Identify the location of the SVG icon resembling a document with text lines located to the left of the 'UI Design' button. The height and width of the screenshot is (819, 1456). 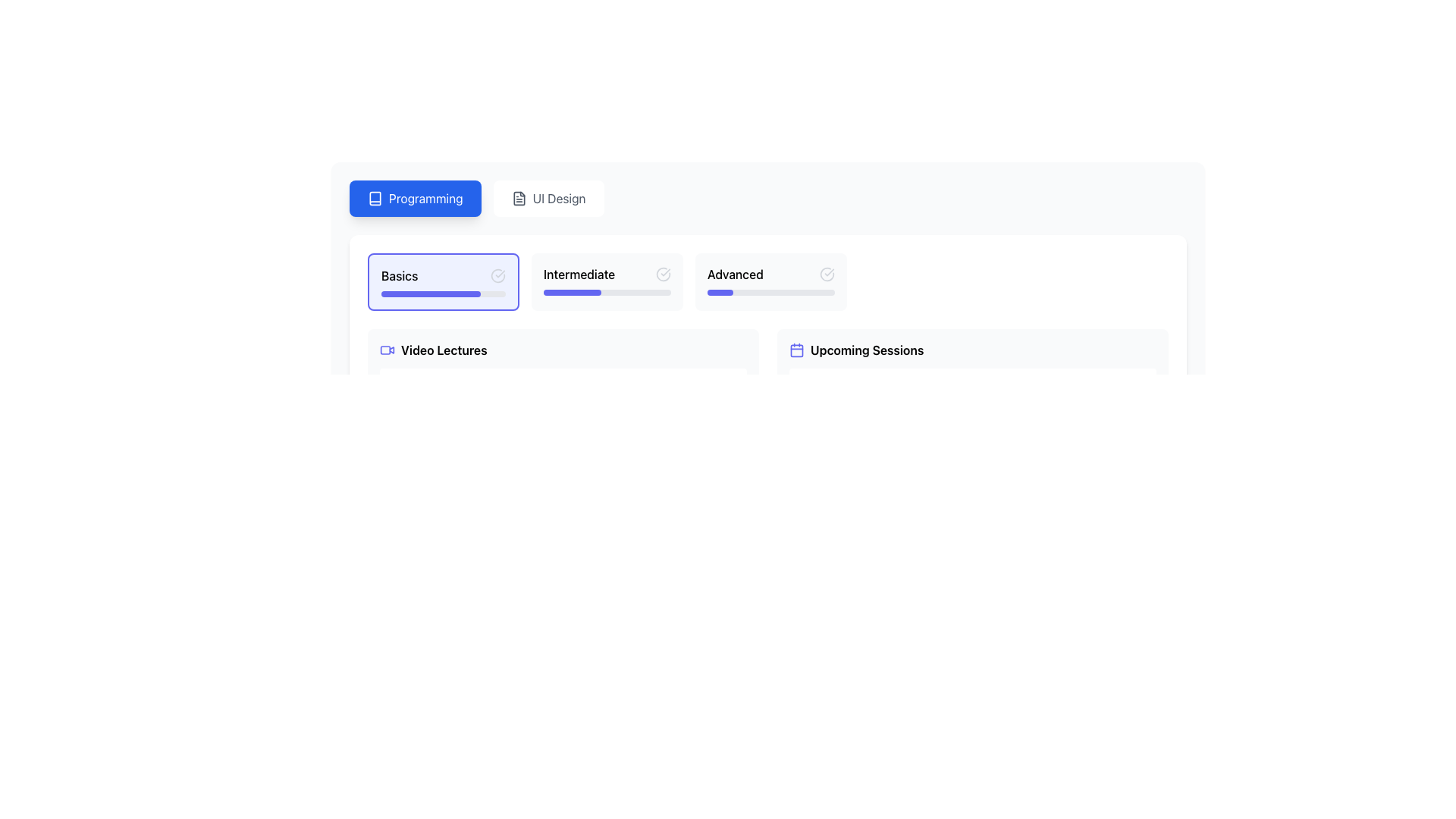
(519, 198).